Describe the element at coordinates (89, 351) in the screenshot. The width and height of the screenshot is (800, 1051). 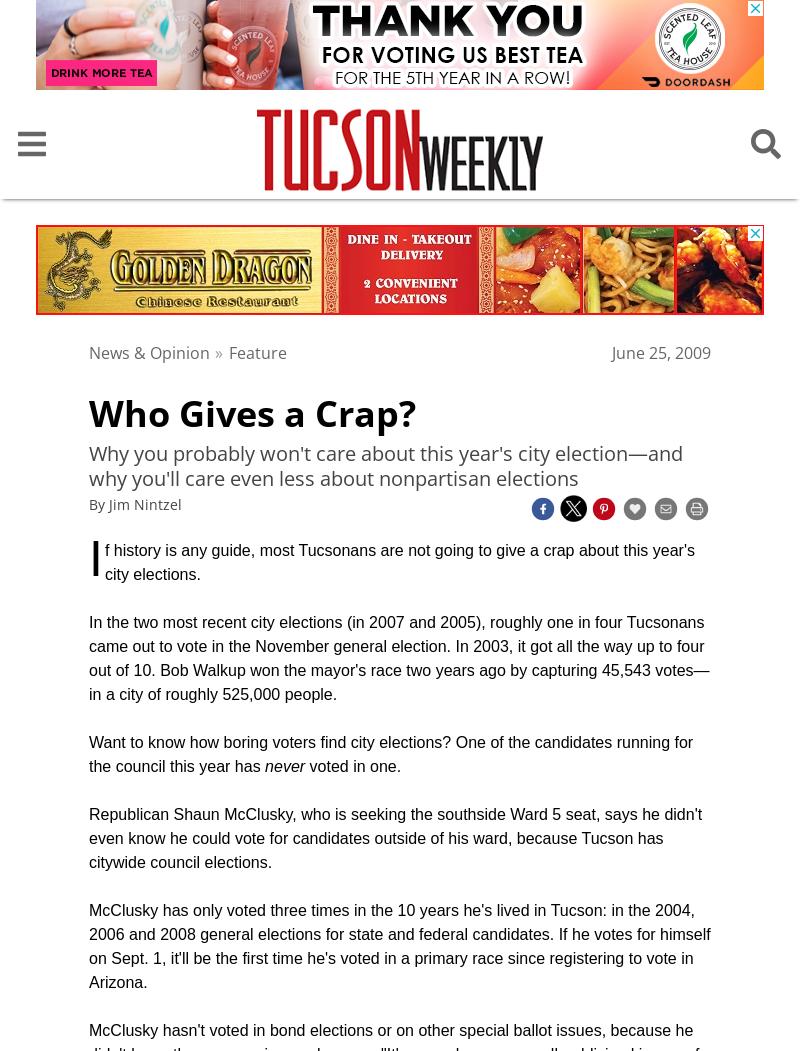
I see `'News & Opinion'` at that location.